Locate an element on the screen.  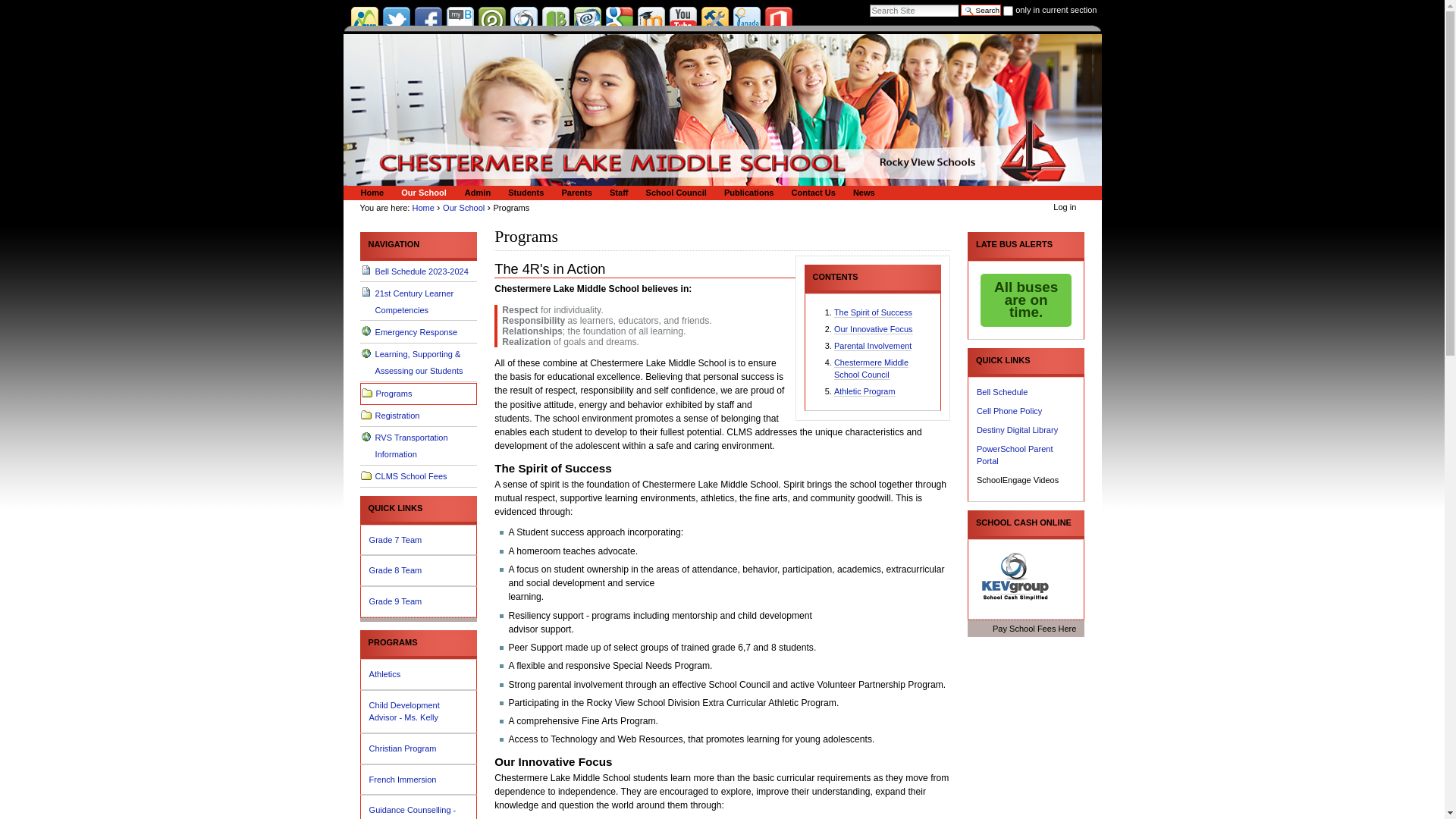
'Search Site' is located at coordinates (913, 11).